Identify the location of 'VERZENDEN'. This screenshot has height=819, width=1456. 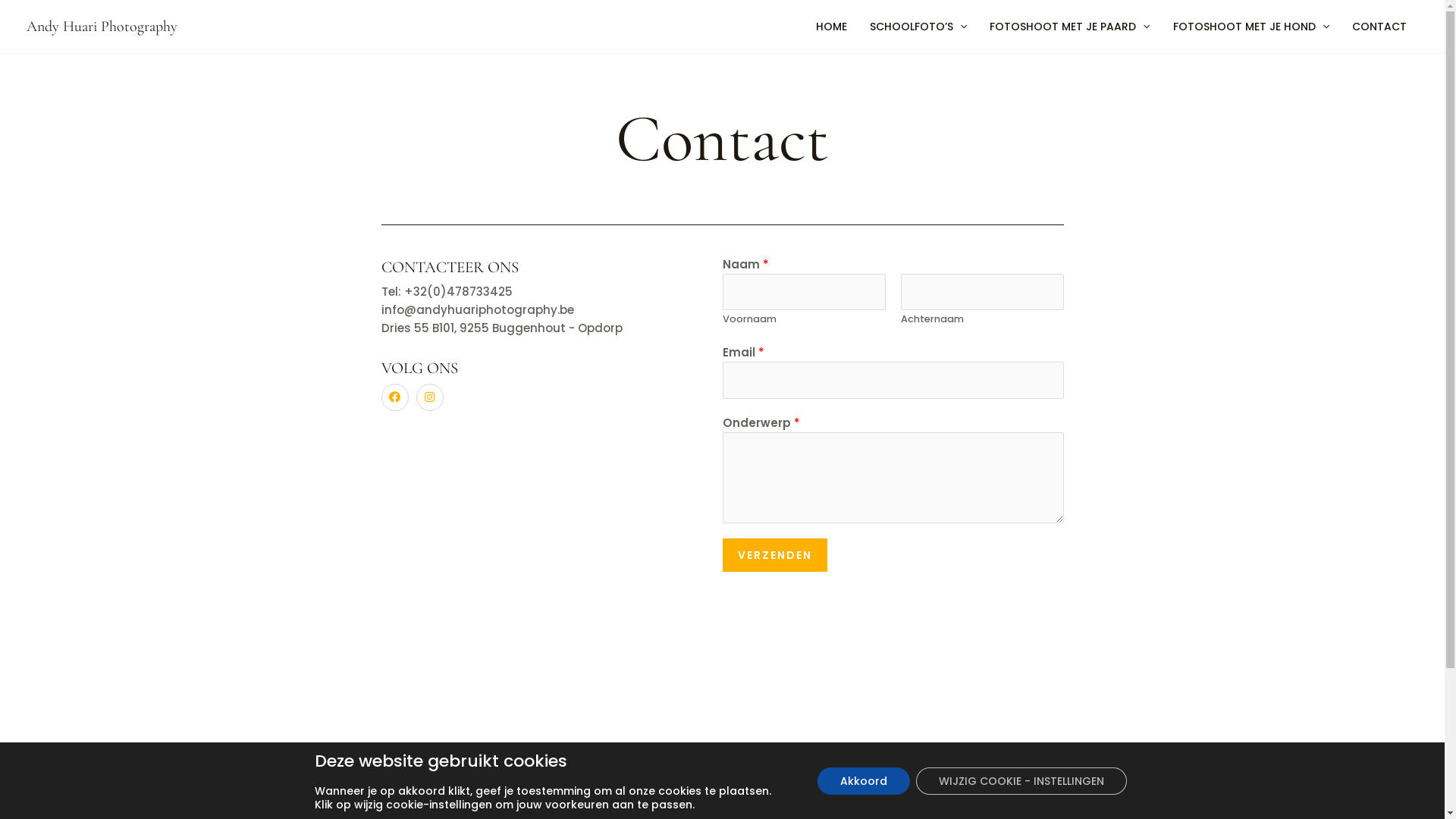
(774, 555).